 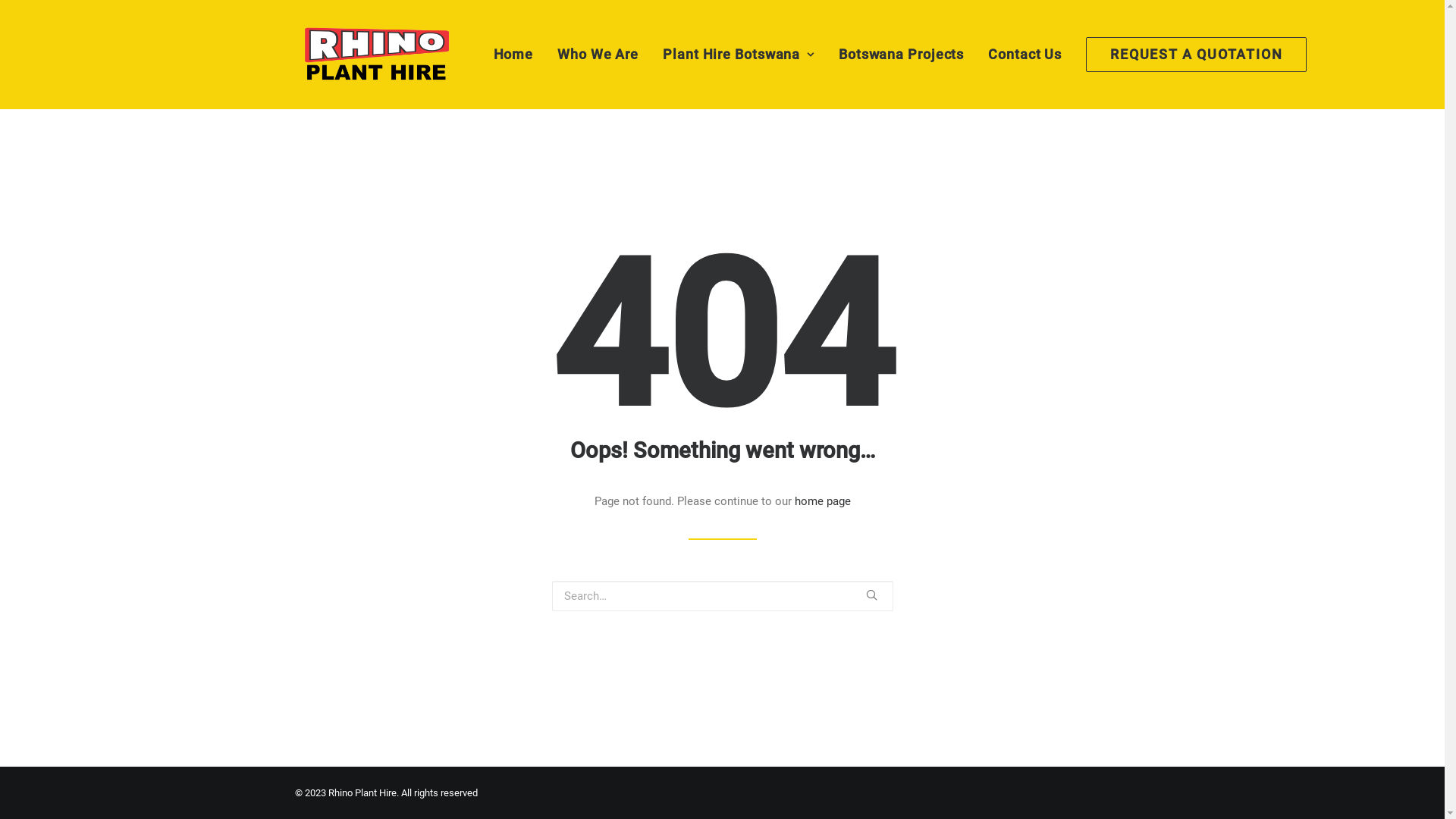 I want to click on 'Search for:', so click(x=722, y=595).